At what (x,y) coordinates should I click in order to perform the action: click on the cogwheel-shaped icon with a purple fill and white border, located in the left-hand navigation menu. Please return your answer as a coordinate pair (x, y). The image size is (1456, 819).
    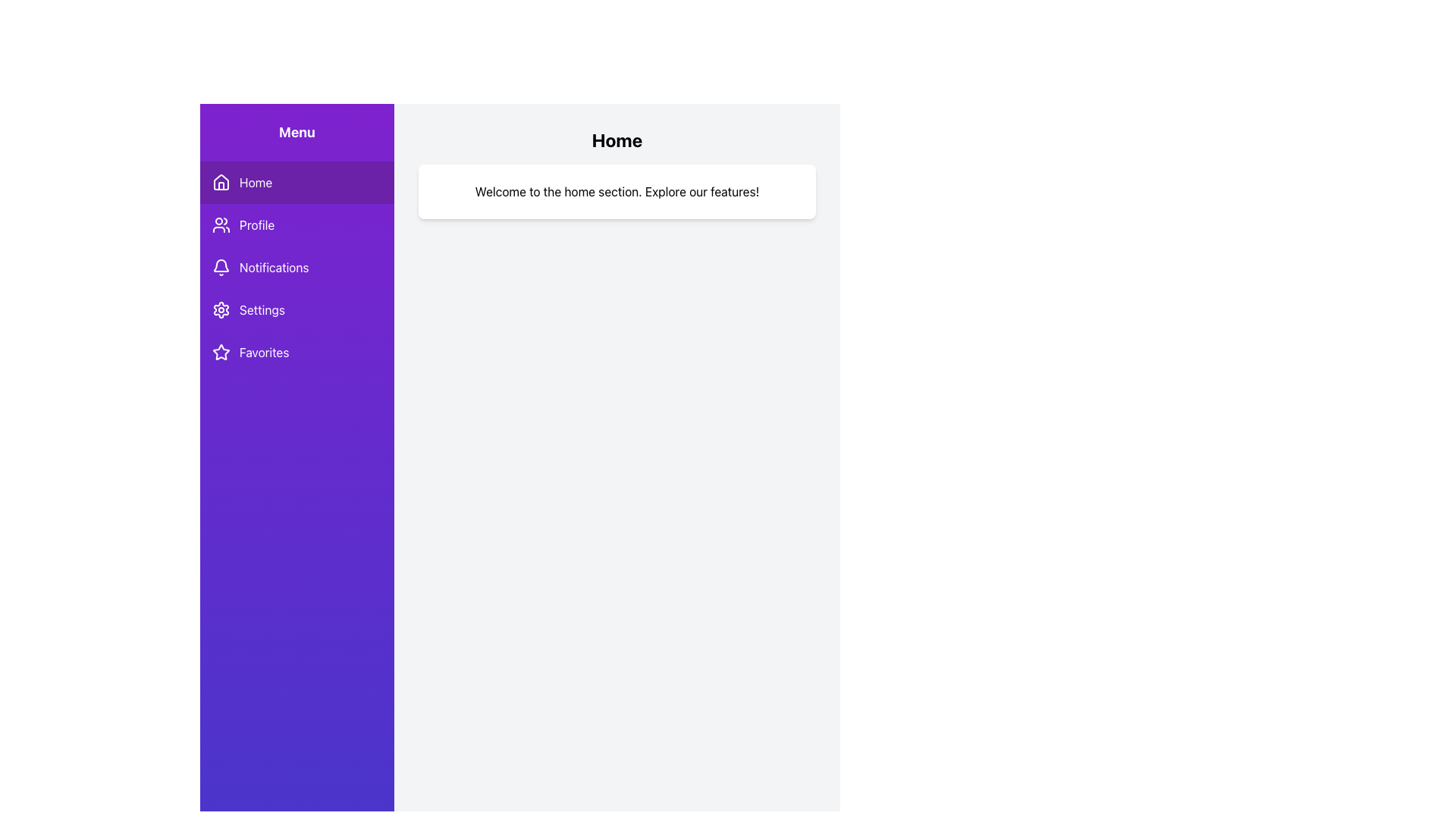
    Looking at the image, I should click on (221, 309).